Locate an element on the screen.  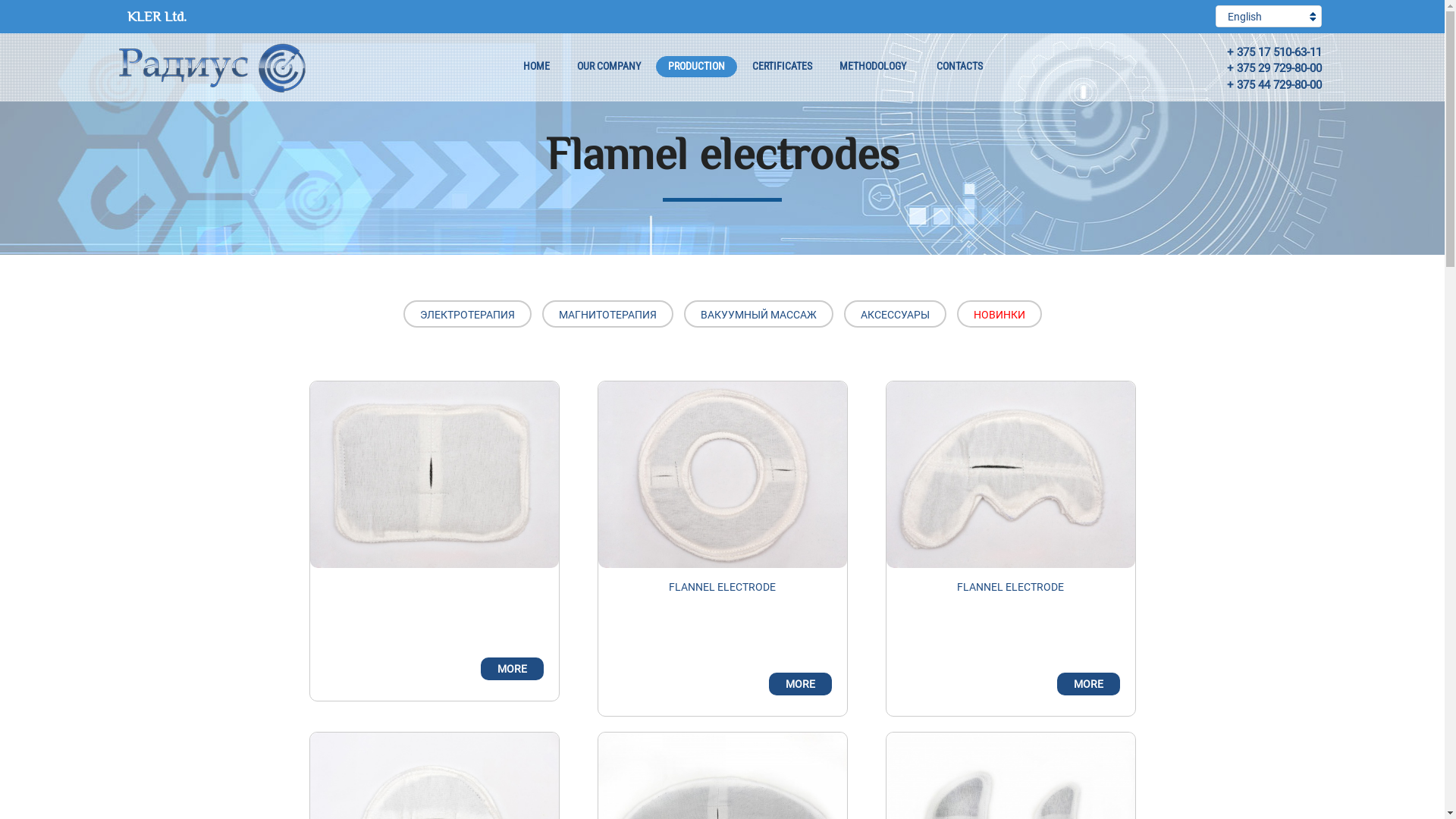
'OUR COMPANY' is located at coordinates (563, 66).